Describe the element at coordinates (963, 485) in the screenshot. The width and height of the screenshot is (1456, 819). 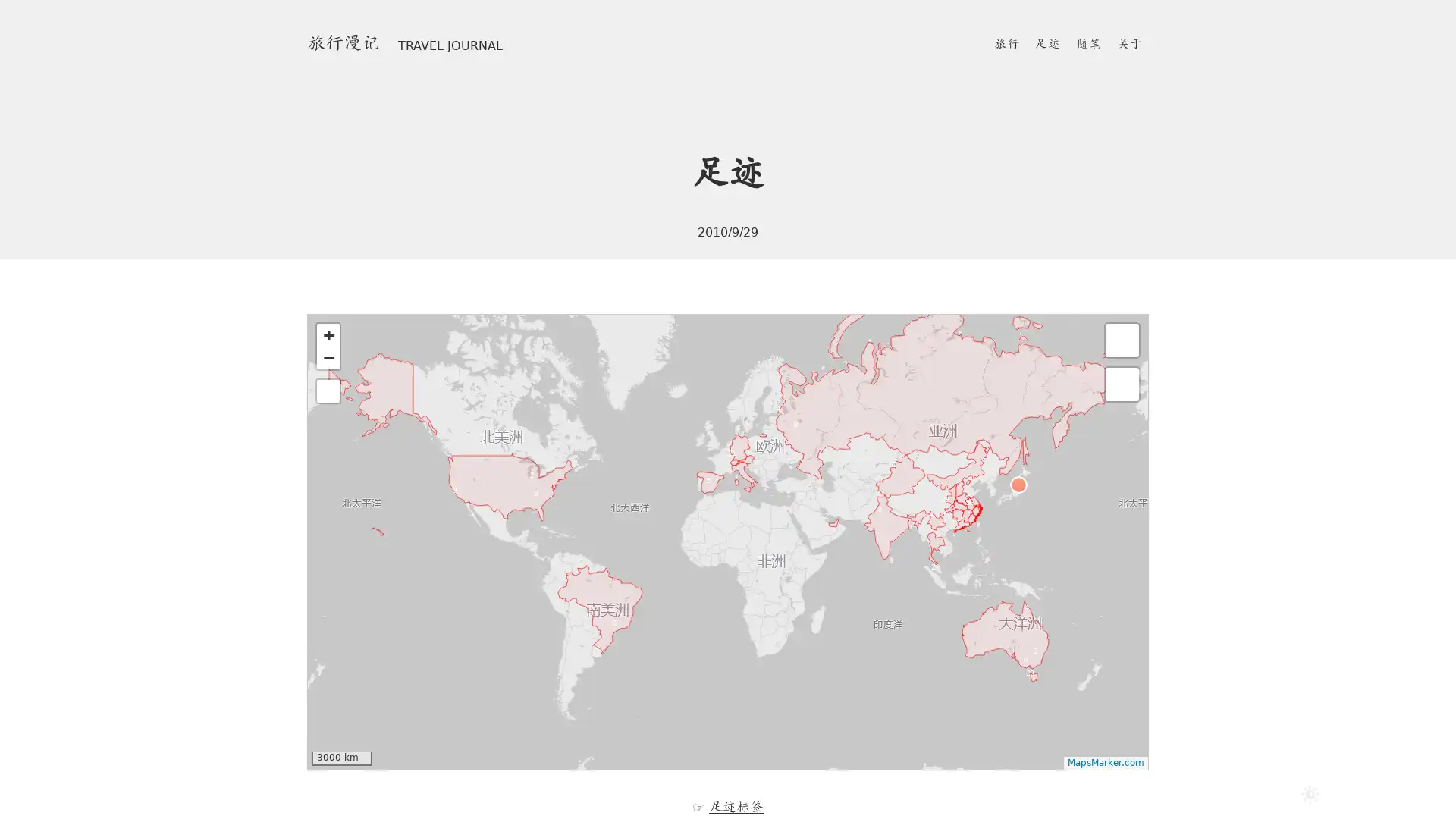
I see `9` at that location.